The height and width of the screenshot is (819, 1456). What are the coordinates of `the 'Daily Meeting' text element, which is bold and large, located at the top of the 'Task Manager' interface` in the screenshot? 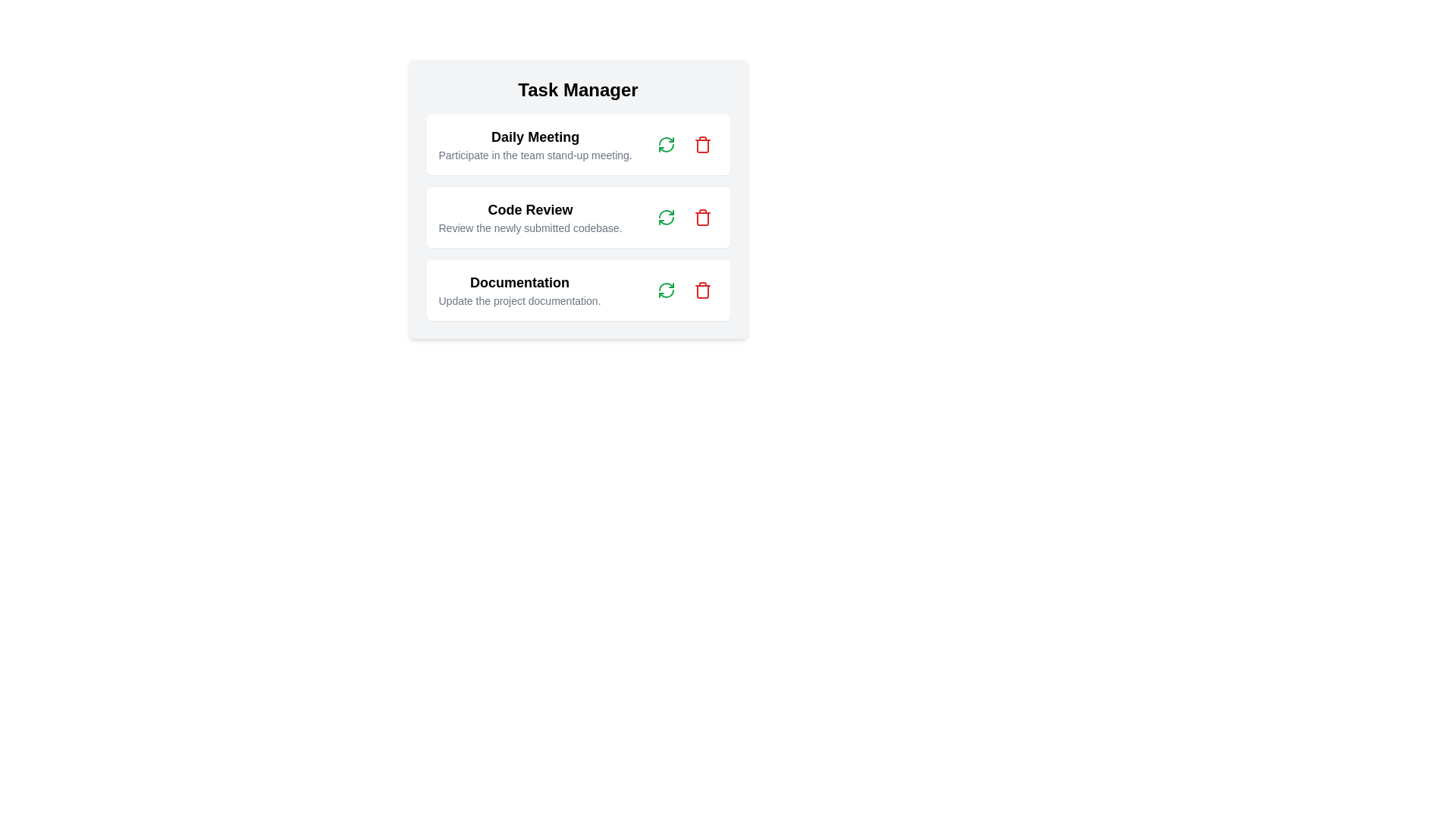 It's located at (535, 137).